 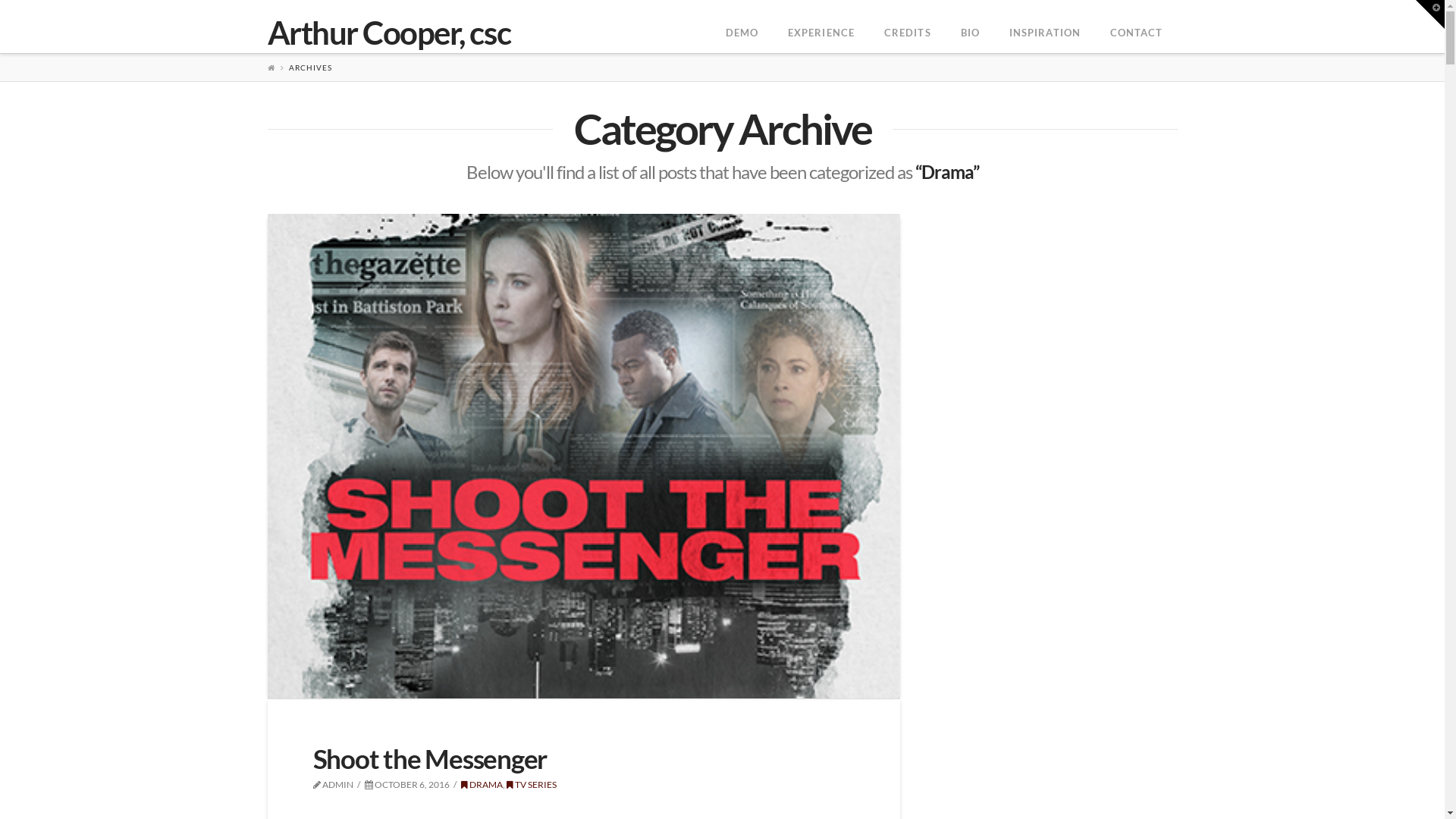 I want to click on 'CONTACT', so click(x=1136, y=26).